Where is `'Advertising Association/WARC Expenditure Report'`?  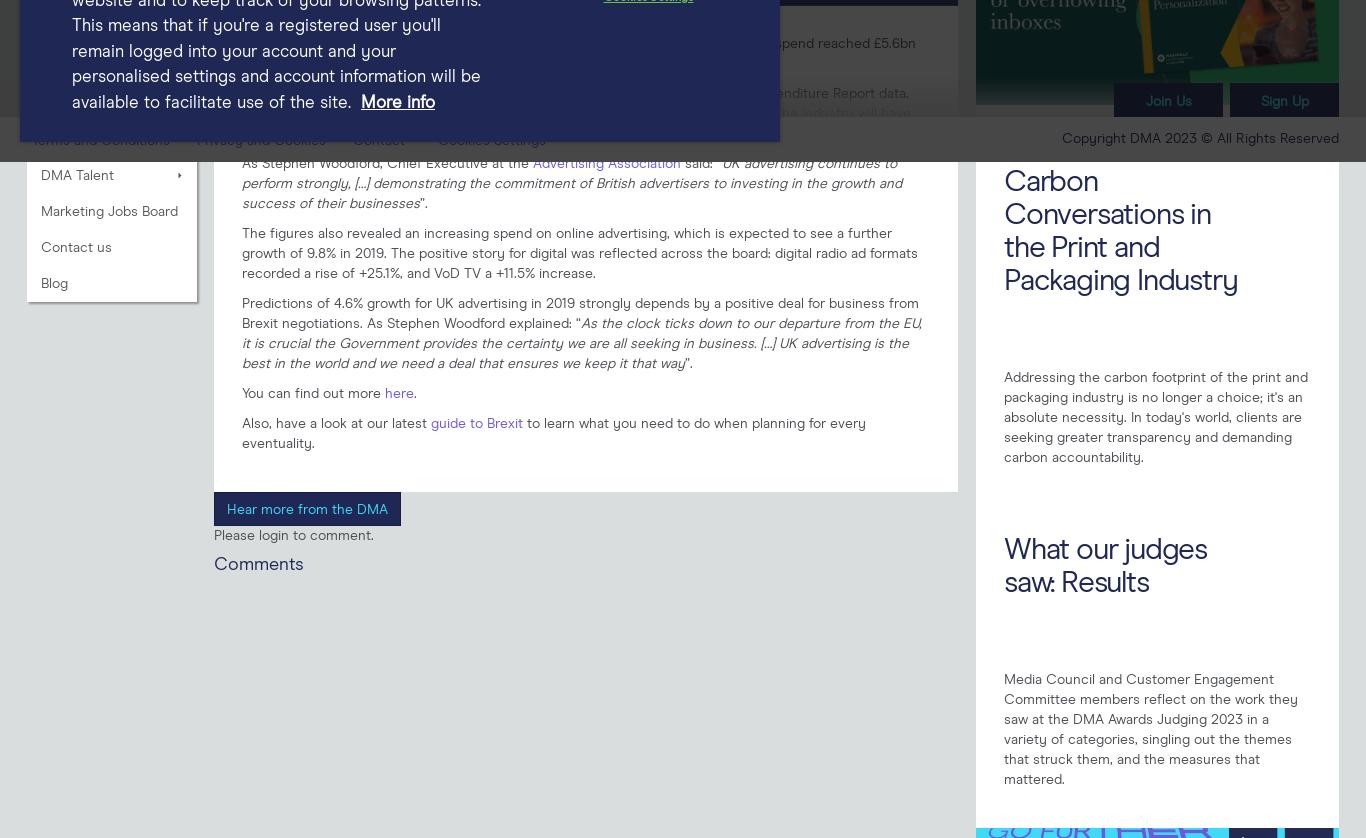
'Advertising Association/WARC Expenditure Report' is located at coordinates (468, 43).